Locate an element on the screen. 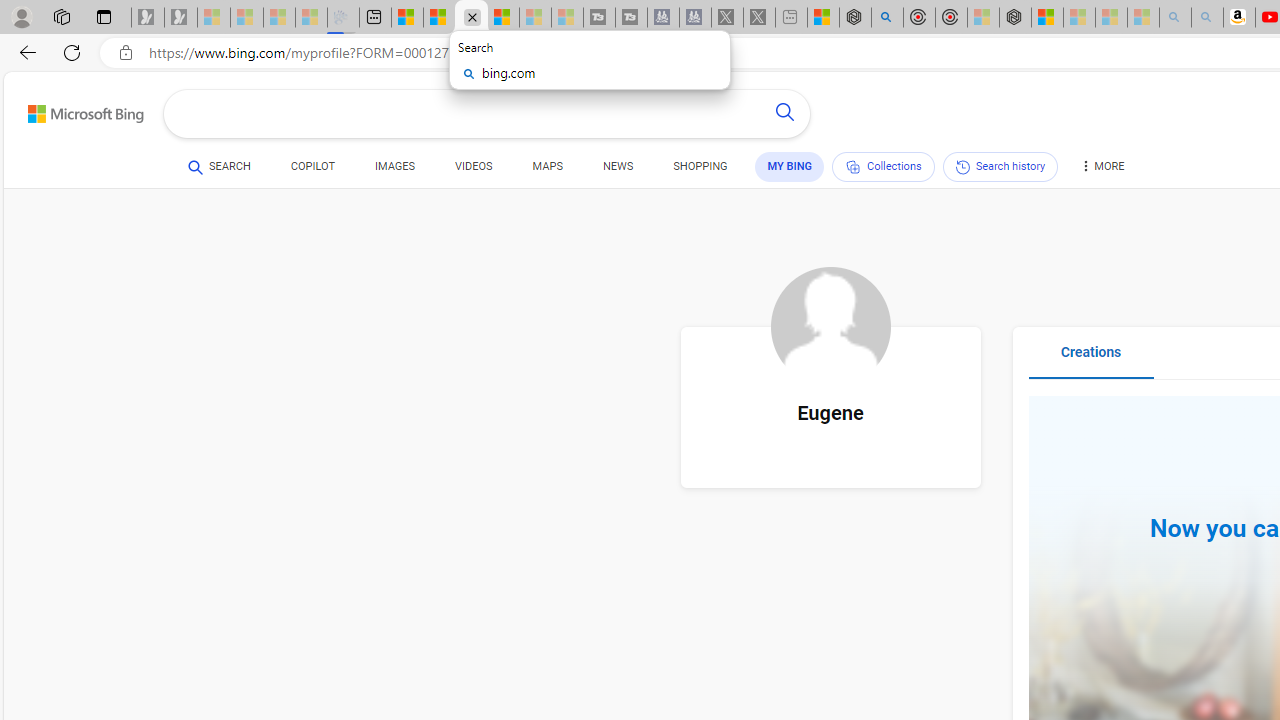 The width and height of the screenshot is (1280, 720). 'Amazon Echo Dot PNG - Search Images - Sleeping' is located at coordinates (1206, 17).